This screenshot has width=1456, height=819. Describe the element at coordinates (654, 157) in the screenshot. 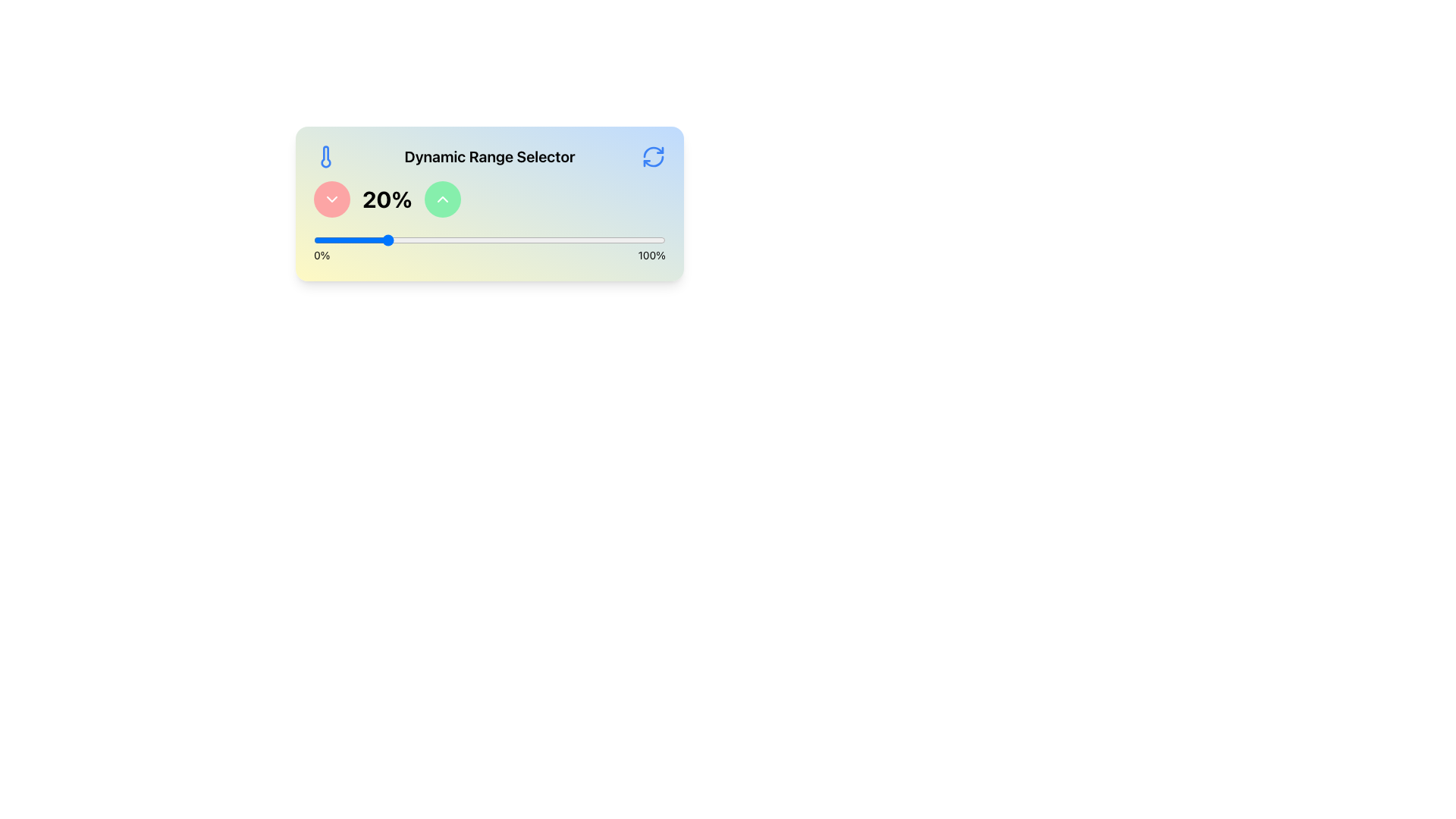

I see `the refresh icon located in the top-right corner of the 'Dynamic Range Selector' card` at that location.